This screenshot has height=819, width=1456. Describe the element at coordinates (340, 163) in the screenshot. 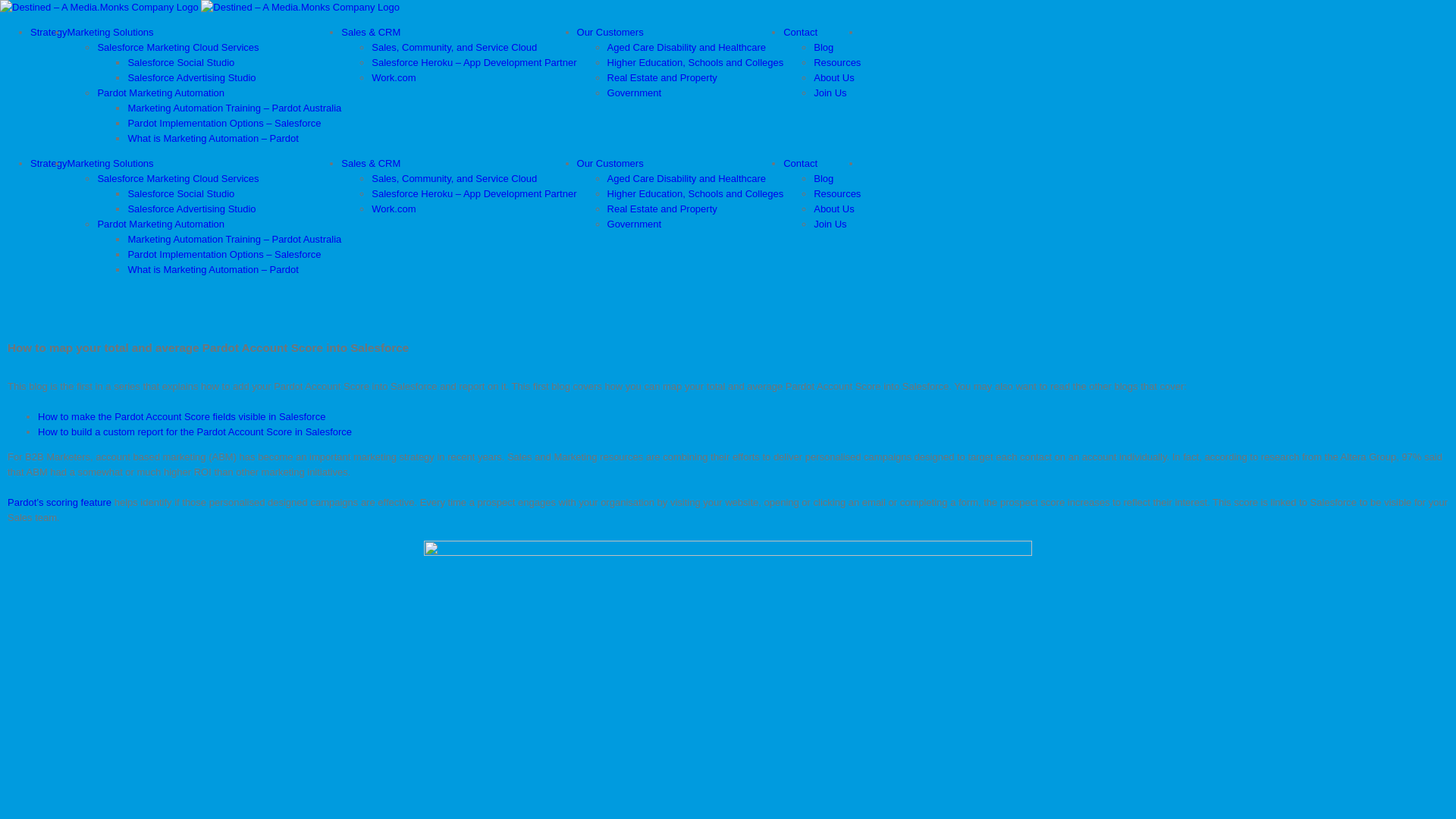

I see `'Sales & CRM'` at that location.